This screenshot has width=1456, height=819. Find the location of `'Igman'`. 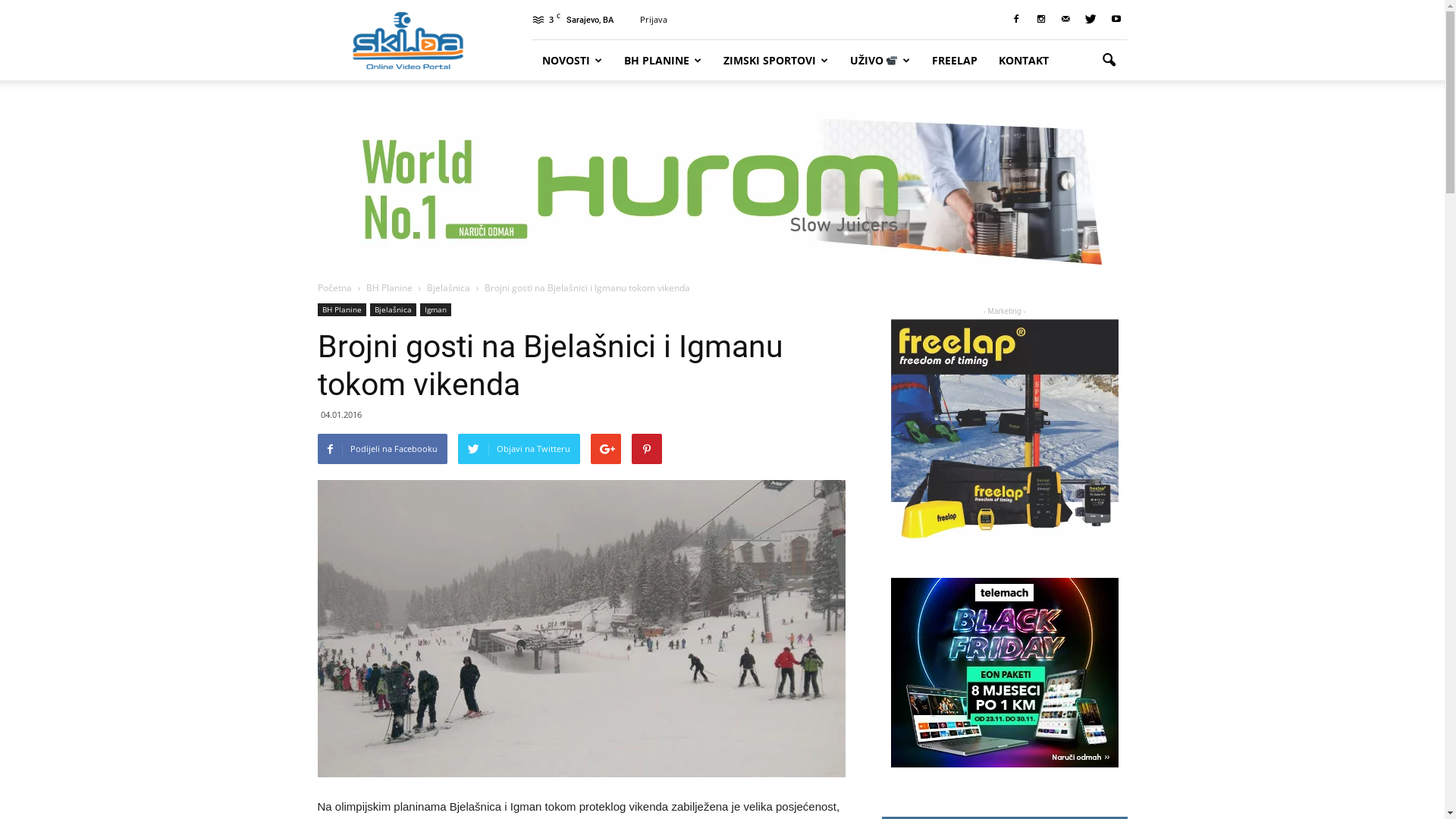

'Igman' is located at coordinates (419, 309).